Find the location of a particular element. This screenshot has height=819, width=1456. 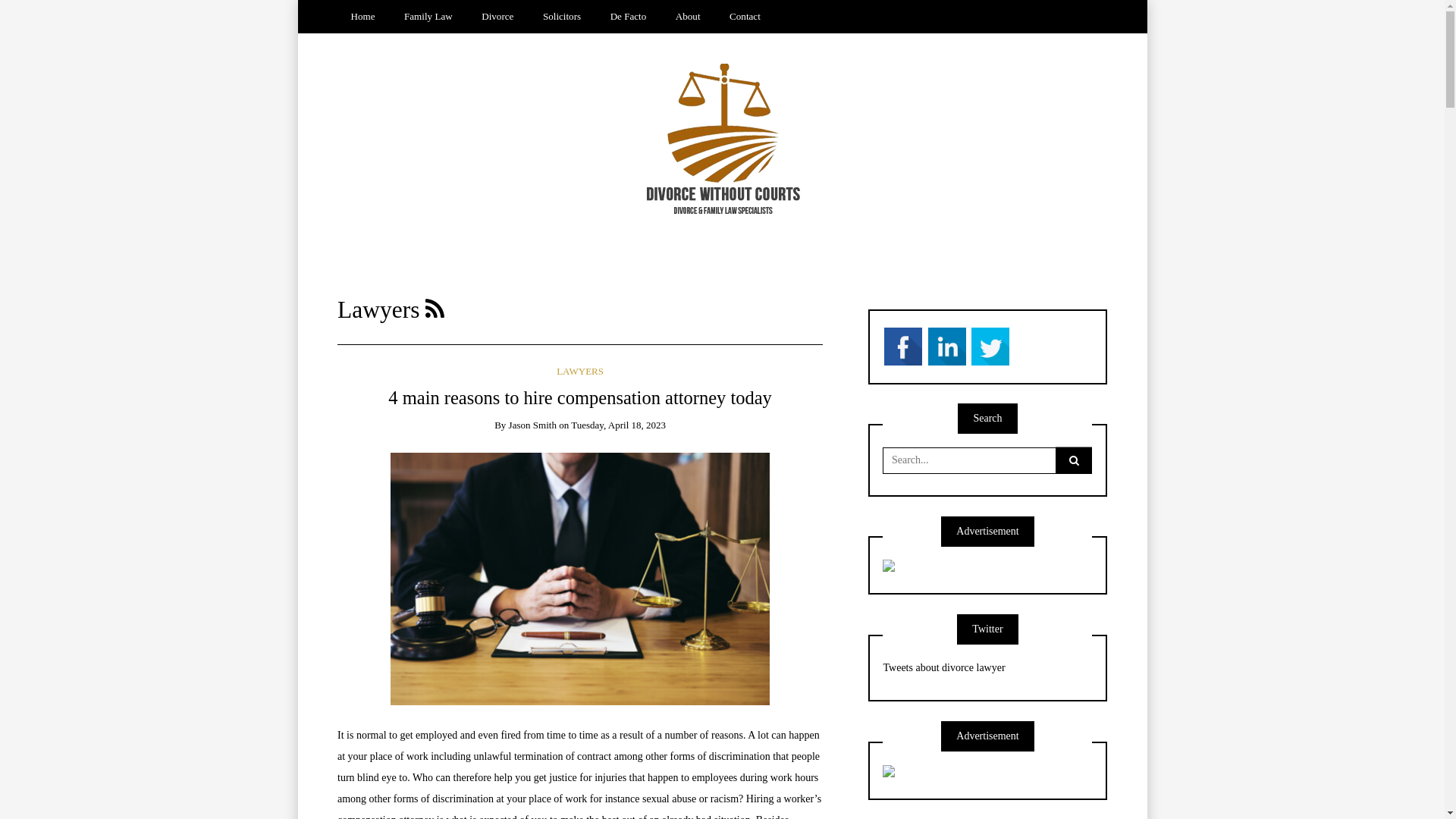

'Jason Smith' is located at coordinates (532, 425).